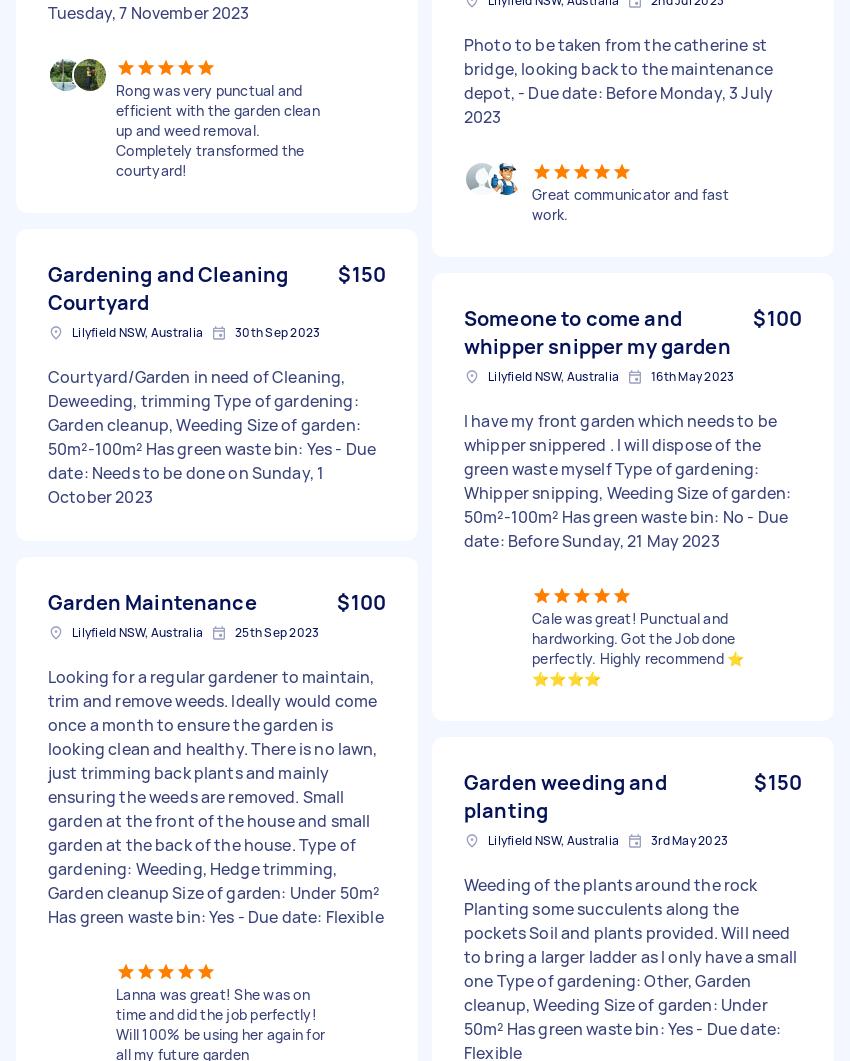  Describe the element at coordinates (151, 601) in the screenshot. I see `'Garden Maintenance'` at that location.